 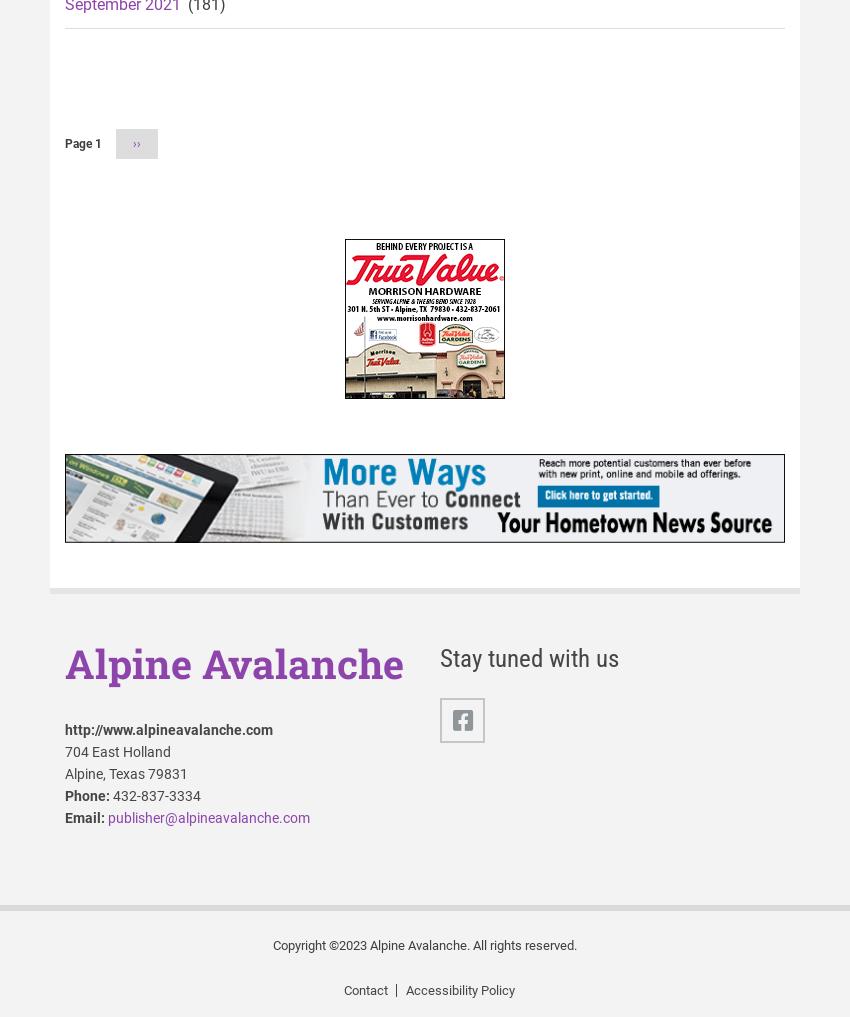 I want to click on 'Page 1', so click(x=83, y=143).